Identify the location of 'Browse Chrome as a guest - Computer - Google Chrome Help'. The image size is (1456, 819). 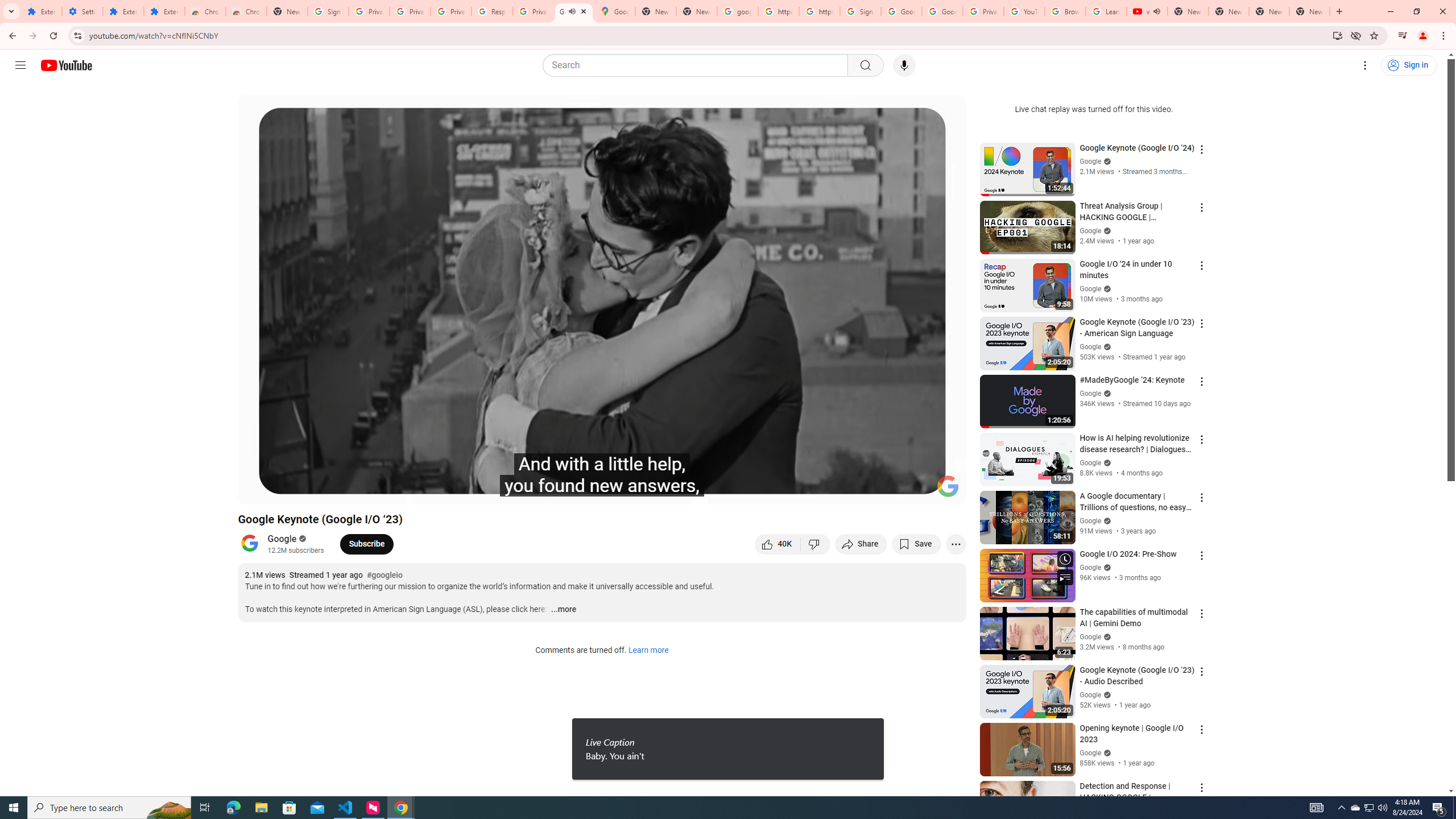
(1064, 11).